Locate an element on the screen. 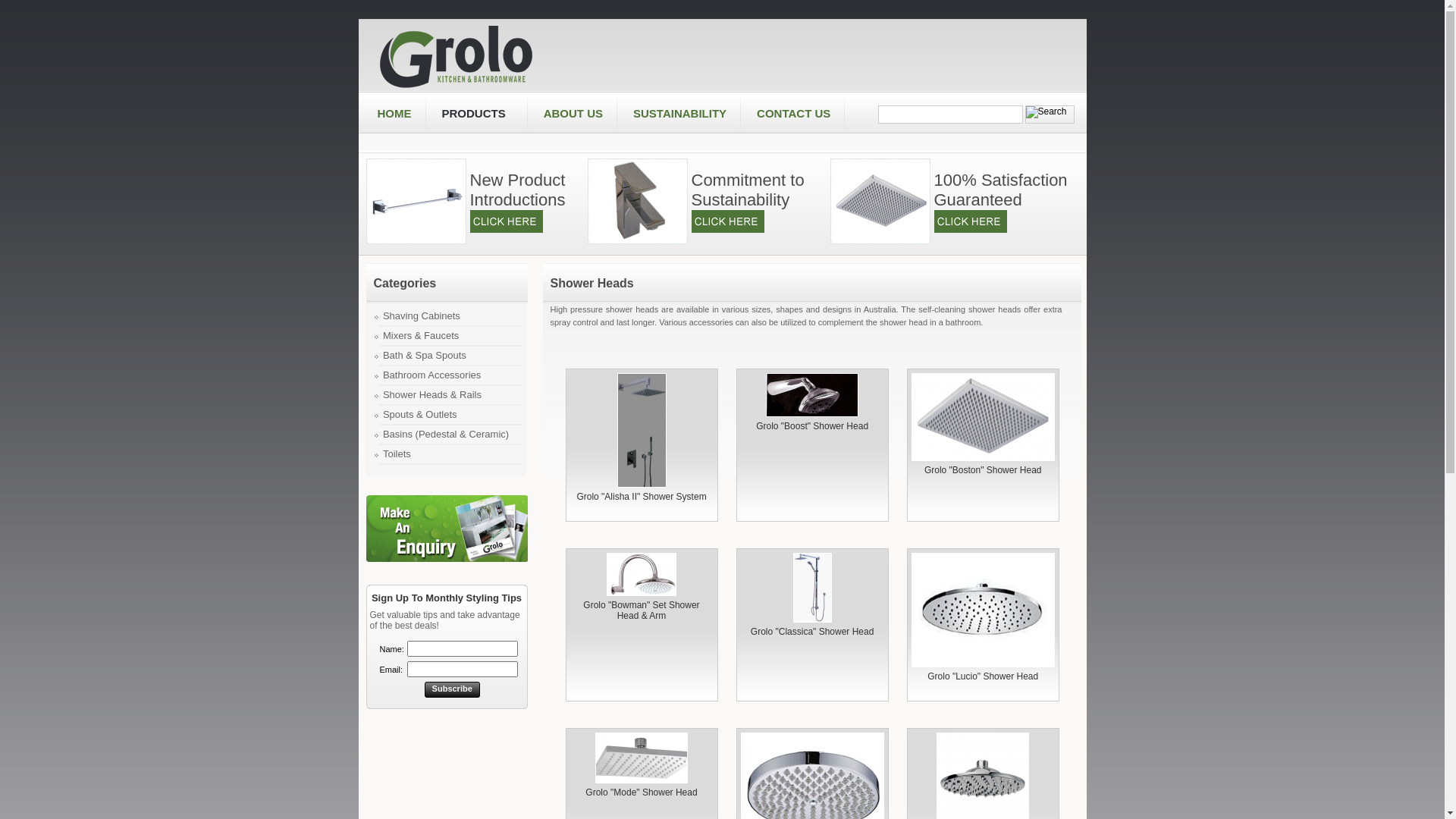 The height and width of the screenshot is (819, 1456). 'Grolo "Lucio" Shower Head' is located at coordinates (910, 609).